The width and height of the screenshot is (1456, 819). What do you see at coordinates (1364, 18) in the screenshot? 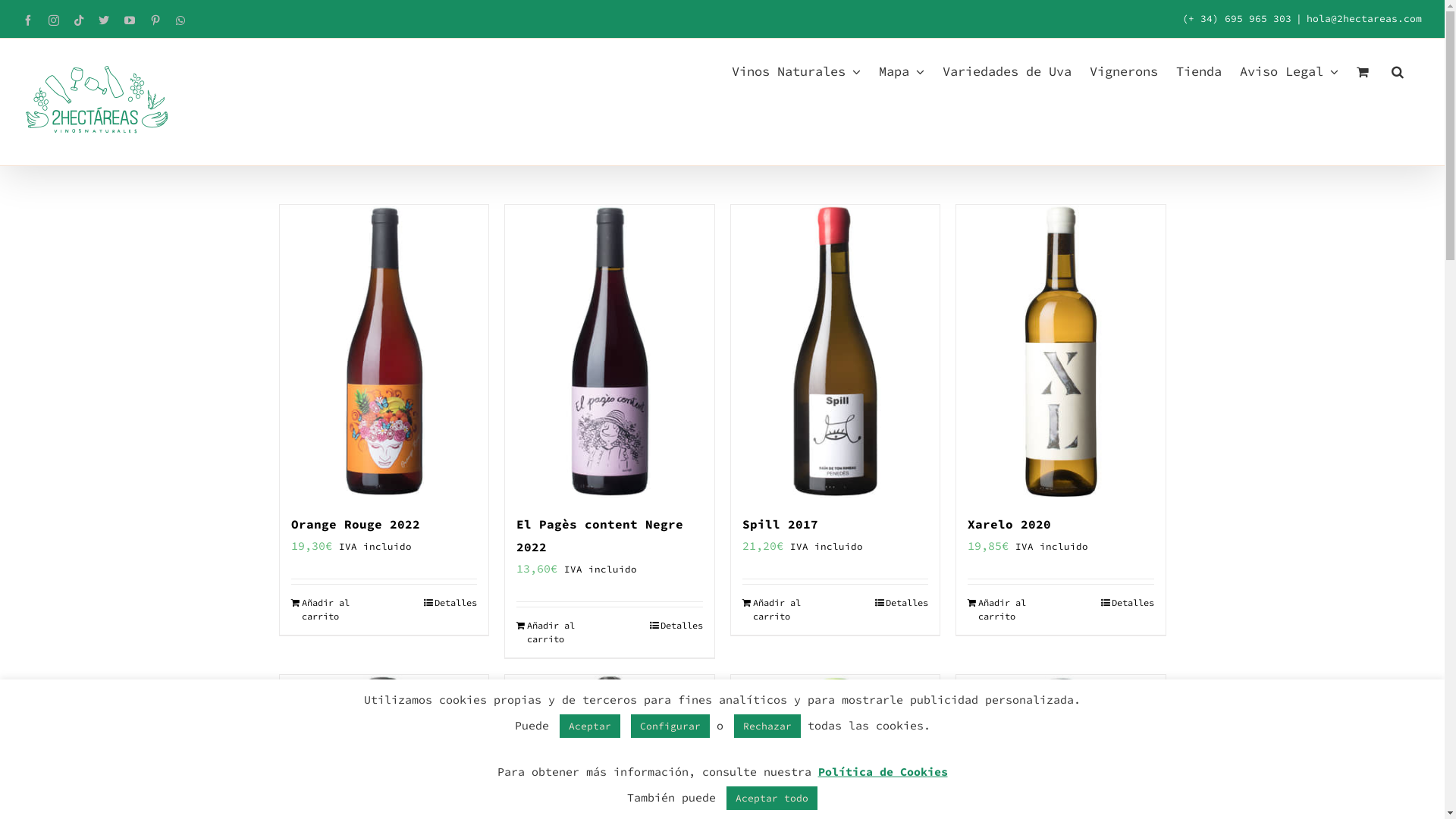
I see `'hola@2hectareas.com'` at bounding box center [1364, 18].